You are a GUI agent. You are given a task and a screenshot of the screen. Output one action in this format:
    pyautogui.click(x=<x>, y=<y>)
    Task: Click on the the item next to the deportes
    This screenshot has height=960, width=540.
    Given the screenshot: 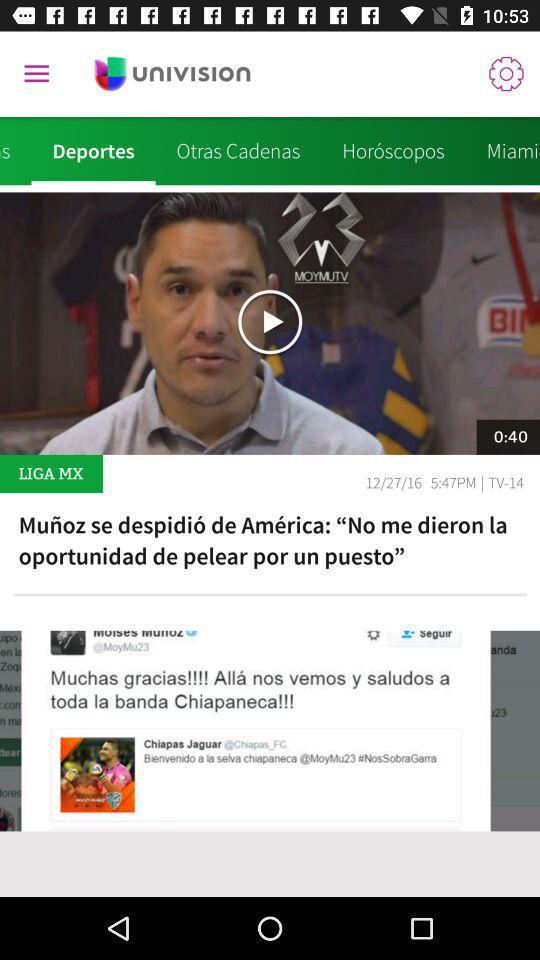 What is the action you would take?
    pyautogui.click(x=238, y=150)
    